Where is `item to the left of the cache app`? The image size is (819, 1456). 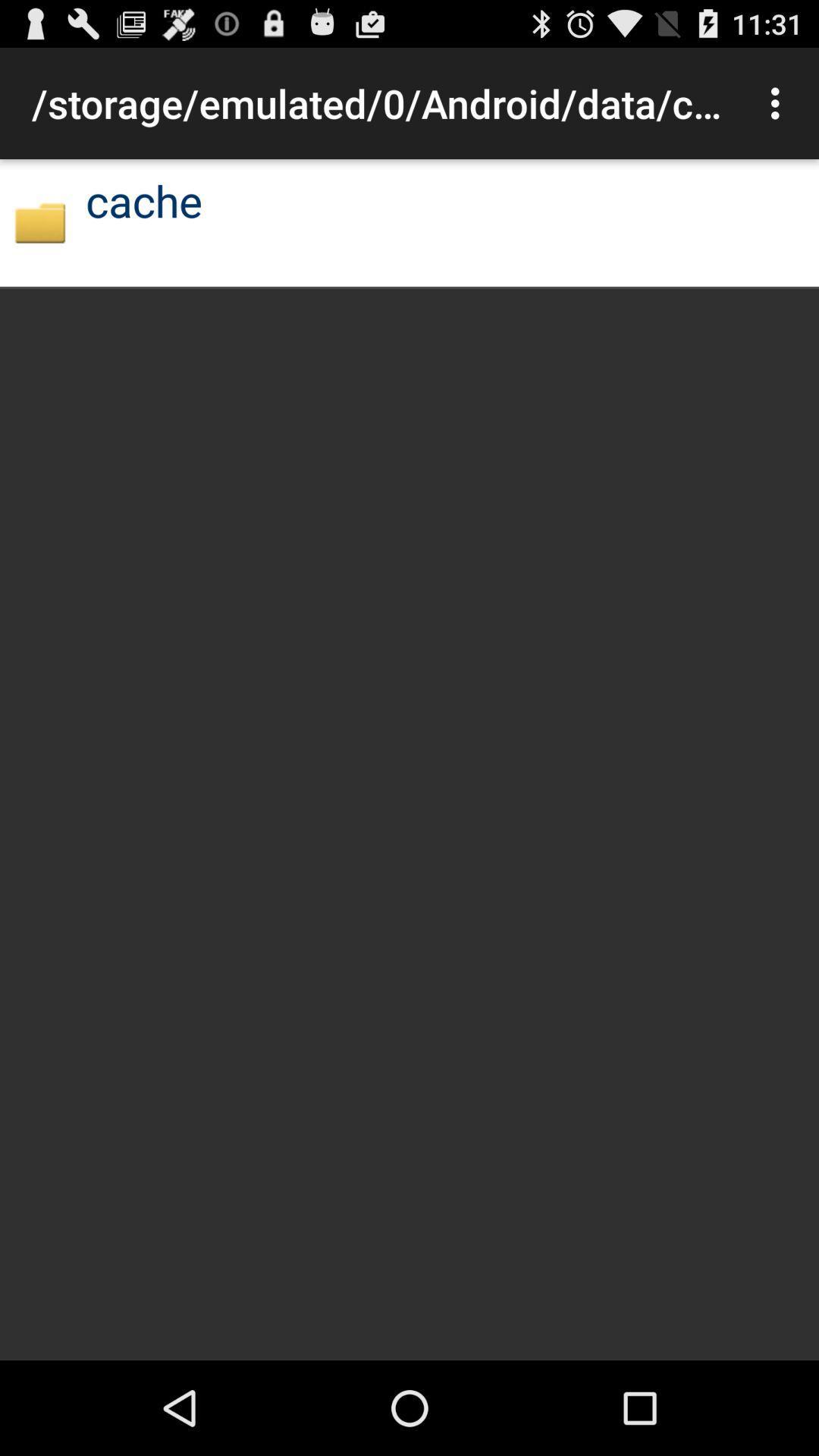
item to the left of the cache app is located at coordinates (39, 221).